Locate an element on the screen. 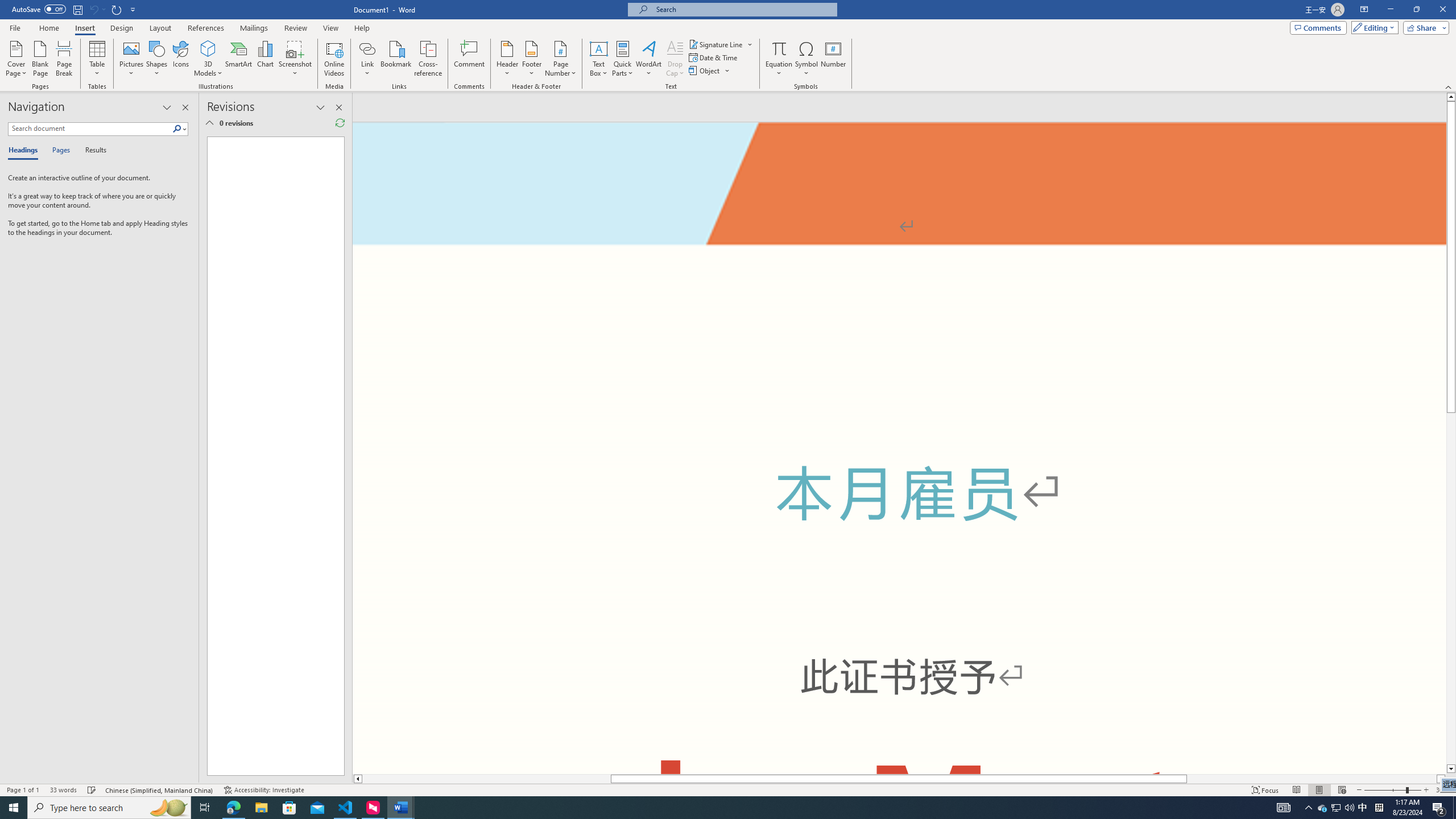  'Icons' is located at coordinates (180, 59).